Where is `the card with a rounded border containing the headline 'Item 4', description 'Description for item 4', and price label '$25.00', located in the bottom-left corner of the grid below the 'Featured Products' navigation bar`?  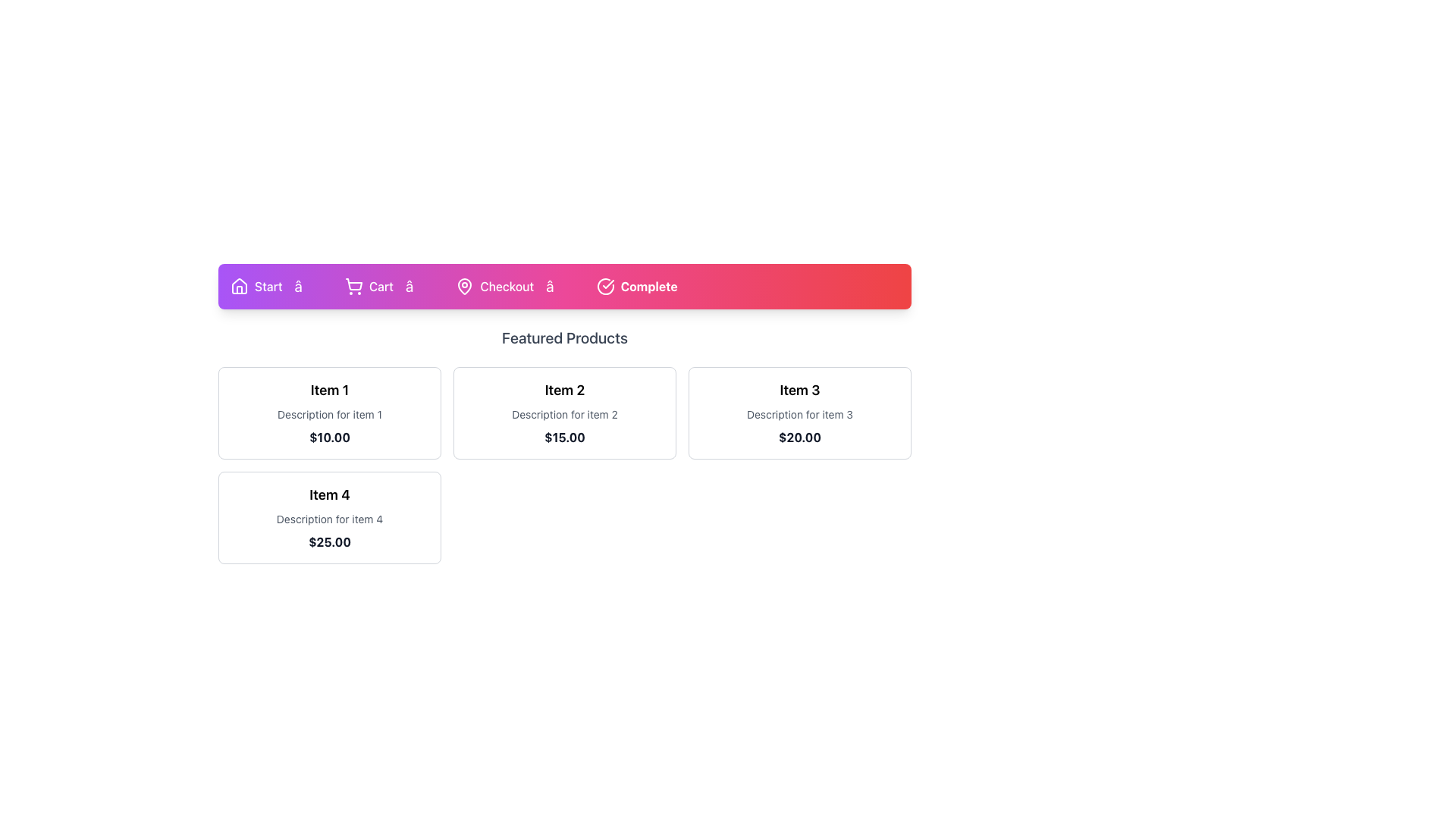
the card with a rounded border containing the headline 'Item 4', description 'Description for item 4', and price label '$25.00', located in the bottom-left corner of the grid below the 'Featured Products' navigation bar is located at coordinates (329, 516).